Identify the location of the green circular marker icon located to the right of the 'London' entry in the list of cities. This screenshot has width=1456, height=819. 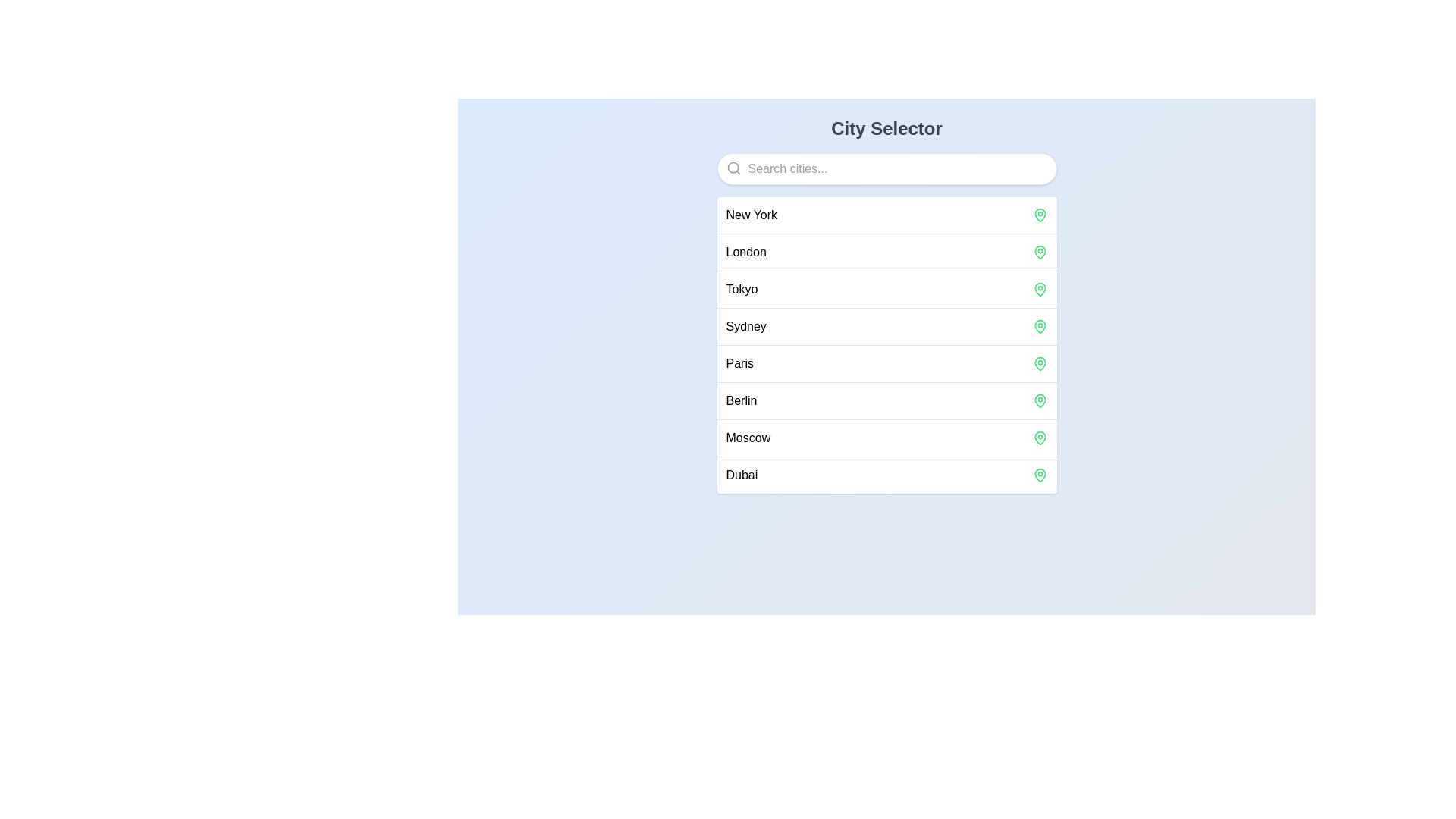
(1039, 251).